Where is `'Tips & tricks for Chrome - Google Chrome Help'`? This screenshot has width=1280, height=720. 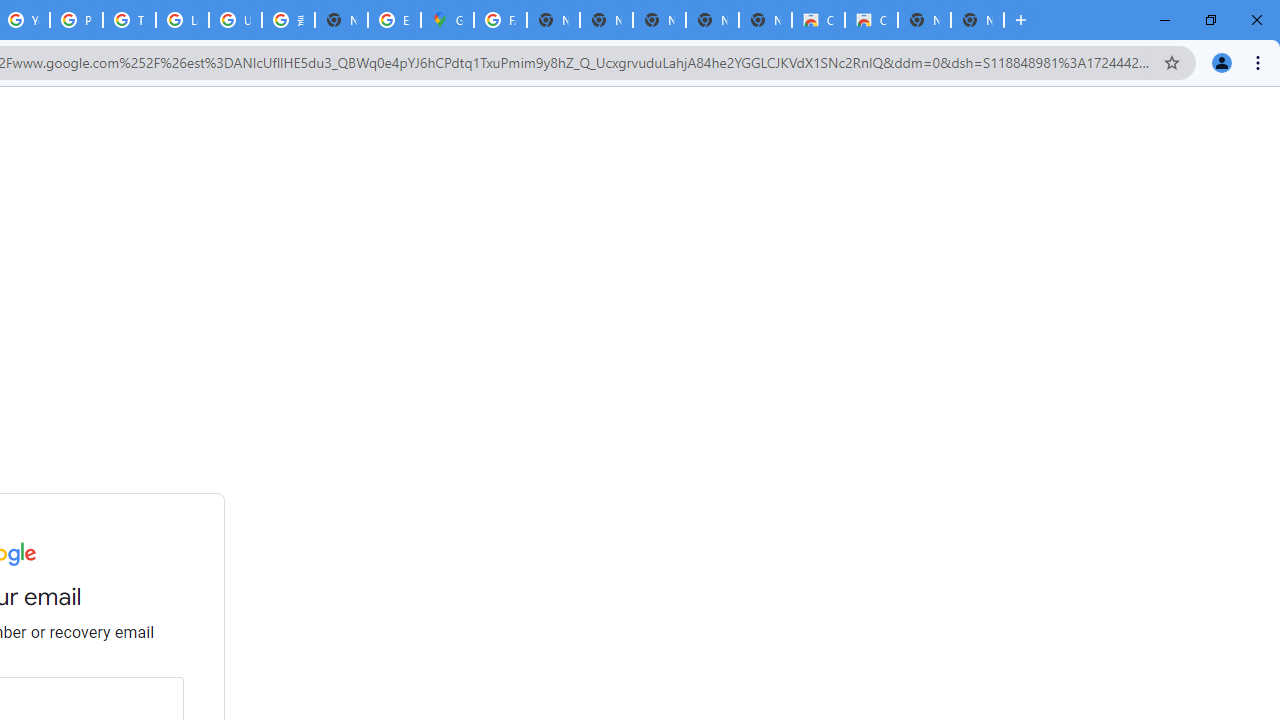 'Tips & tricks for Chrome - Google Chrome Help' is located at coordinates (128, 20).